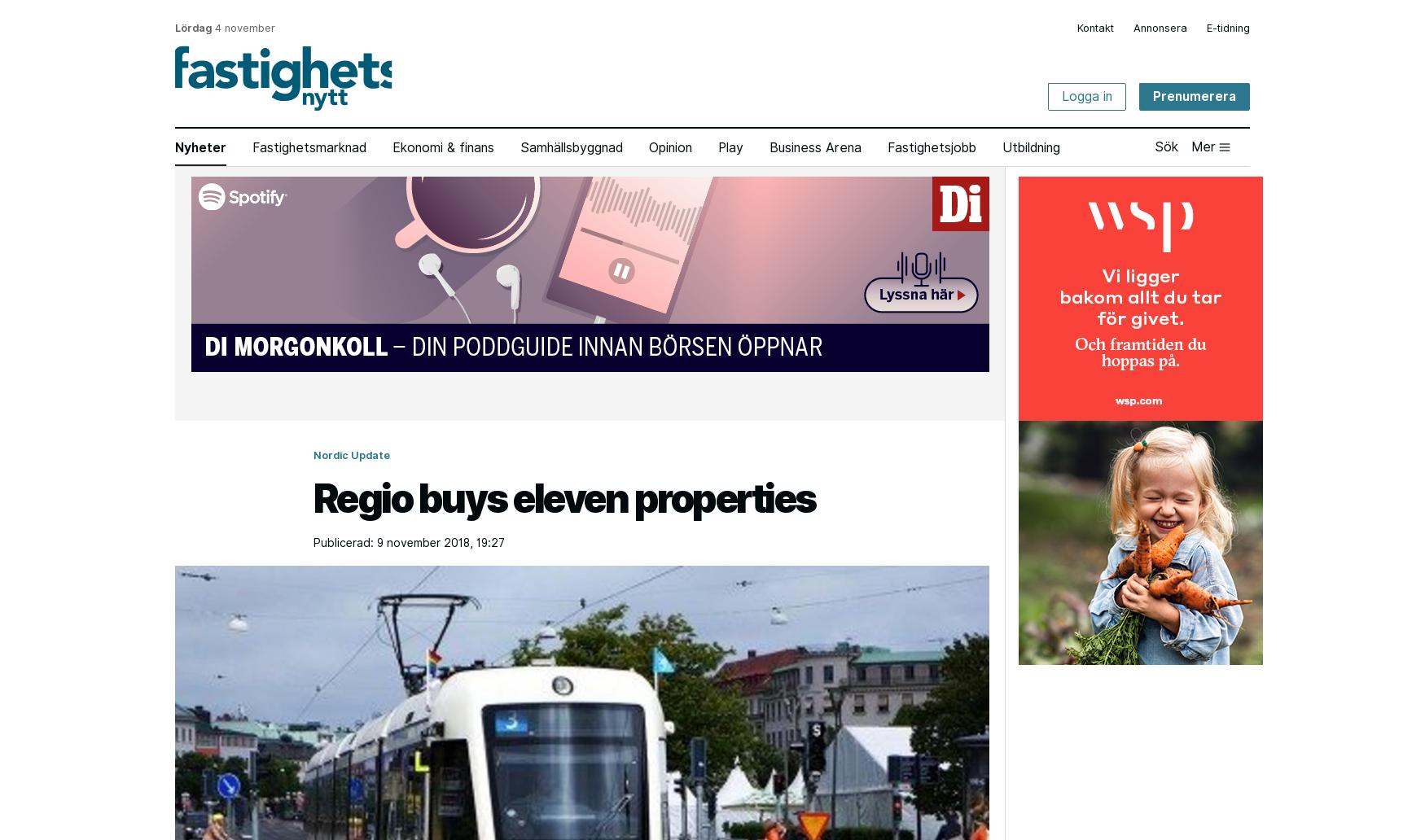 The image size is (1425, 840). I want to click on 'Annonsera', so click(1160, 27).